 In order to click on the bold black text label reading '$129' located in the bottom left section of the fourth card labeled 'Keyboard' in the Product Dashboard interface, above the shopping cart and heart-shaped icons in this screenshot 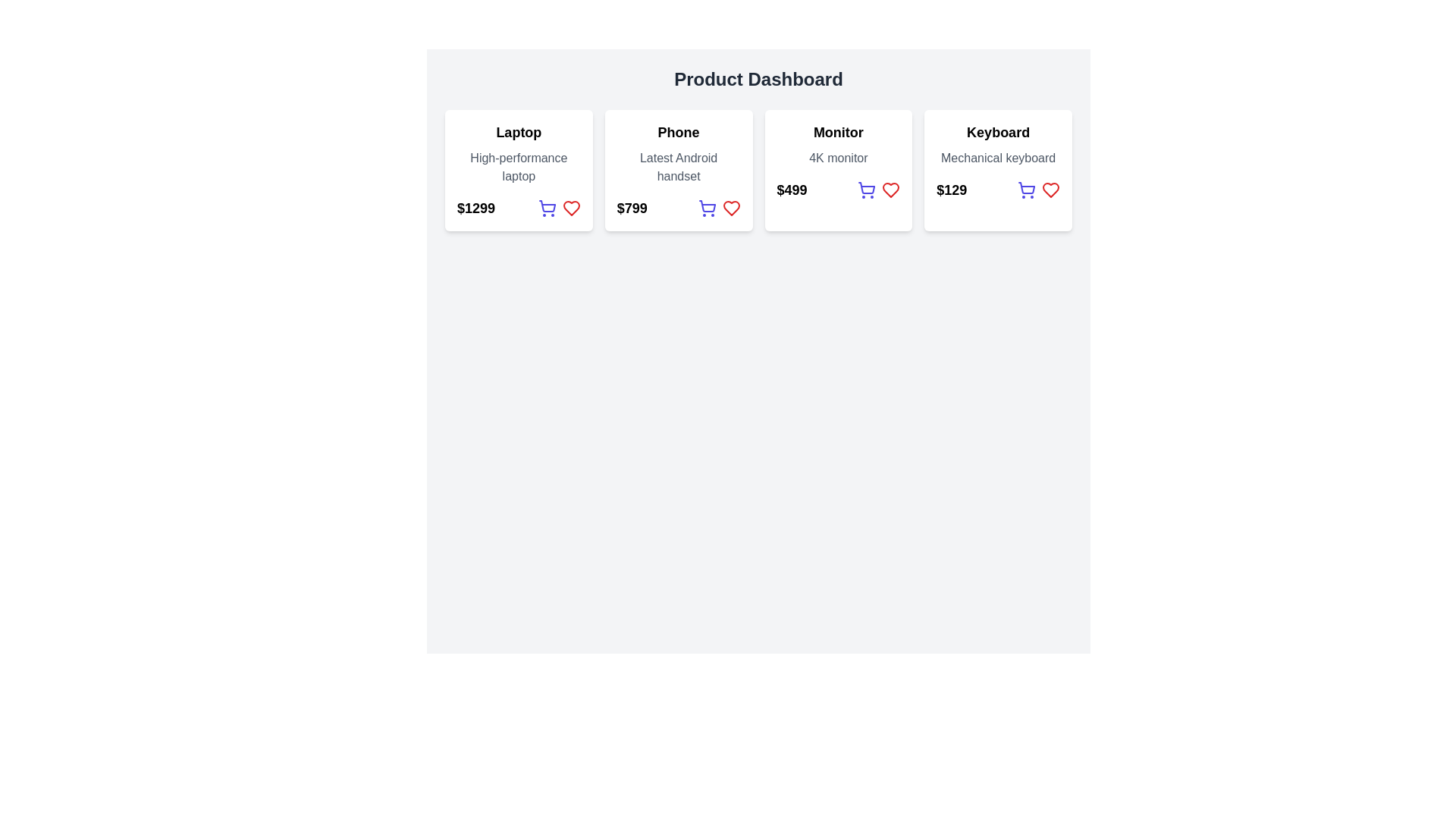, I will do `click(951, 189)`.